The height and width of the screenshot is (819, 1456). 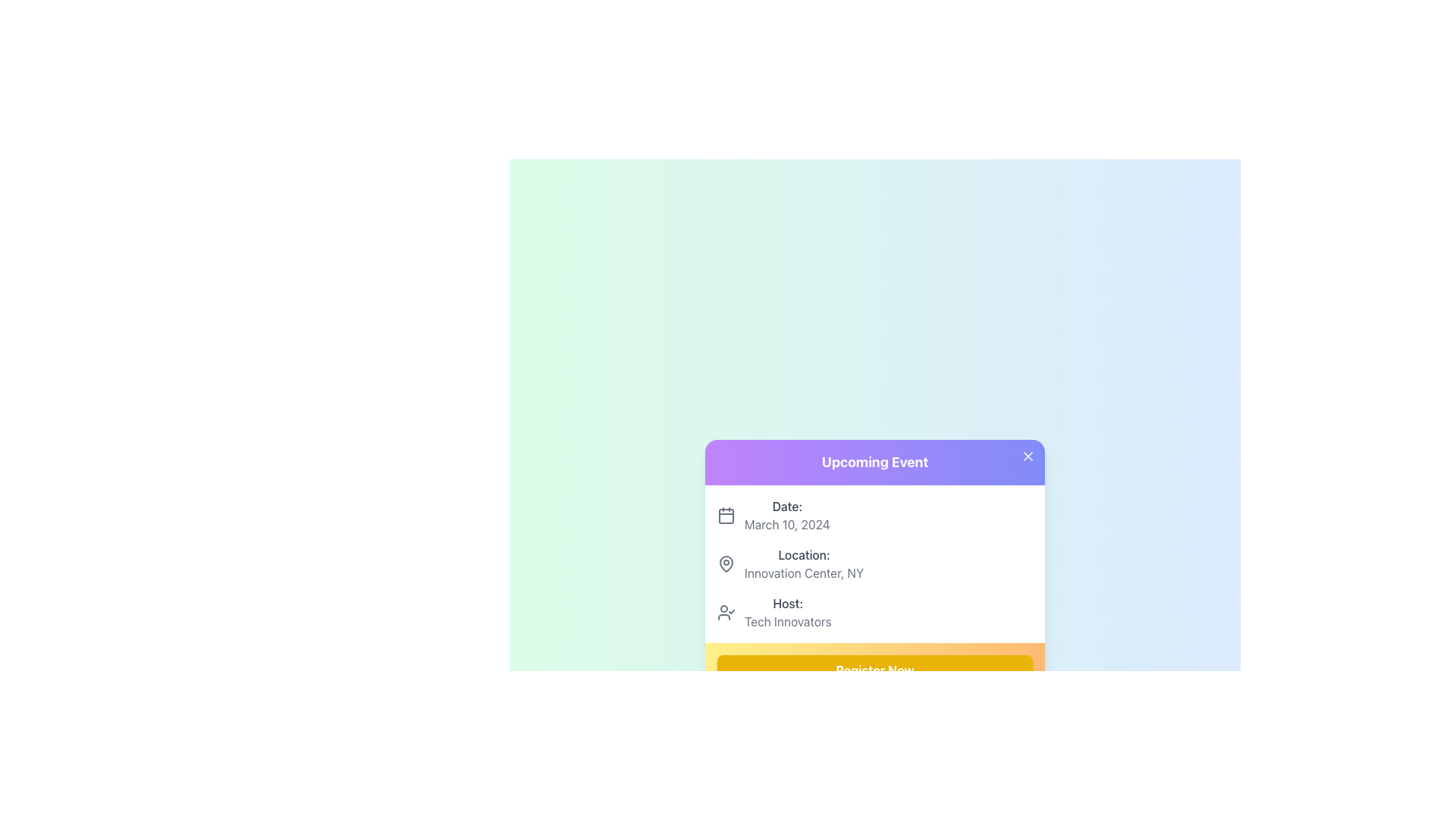 I want to click on the static text label displaying 'Upcoming Event', which is styled with bold and larger font and centered within a gradient background of purple and indigo tones, so click(x=874, y=461).